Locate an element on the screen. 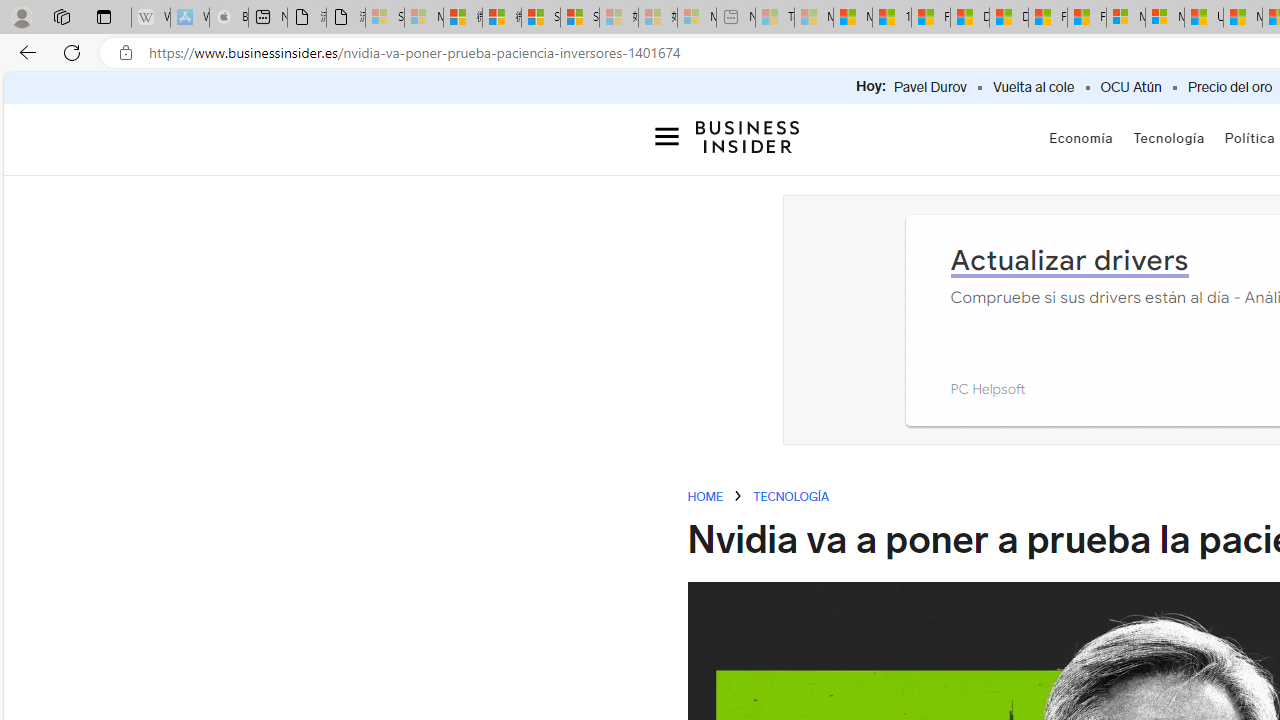 This screenshot has width=1280, height=720. 'Drinking tea every day is proven to delay biological aging' is located at coordinates (1008, 17).